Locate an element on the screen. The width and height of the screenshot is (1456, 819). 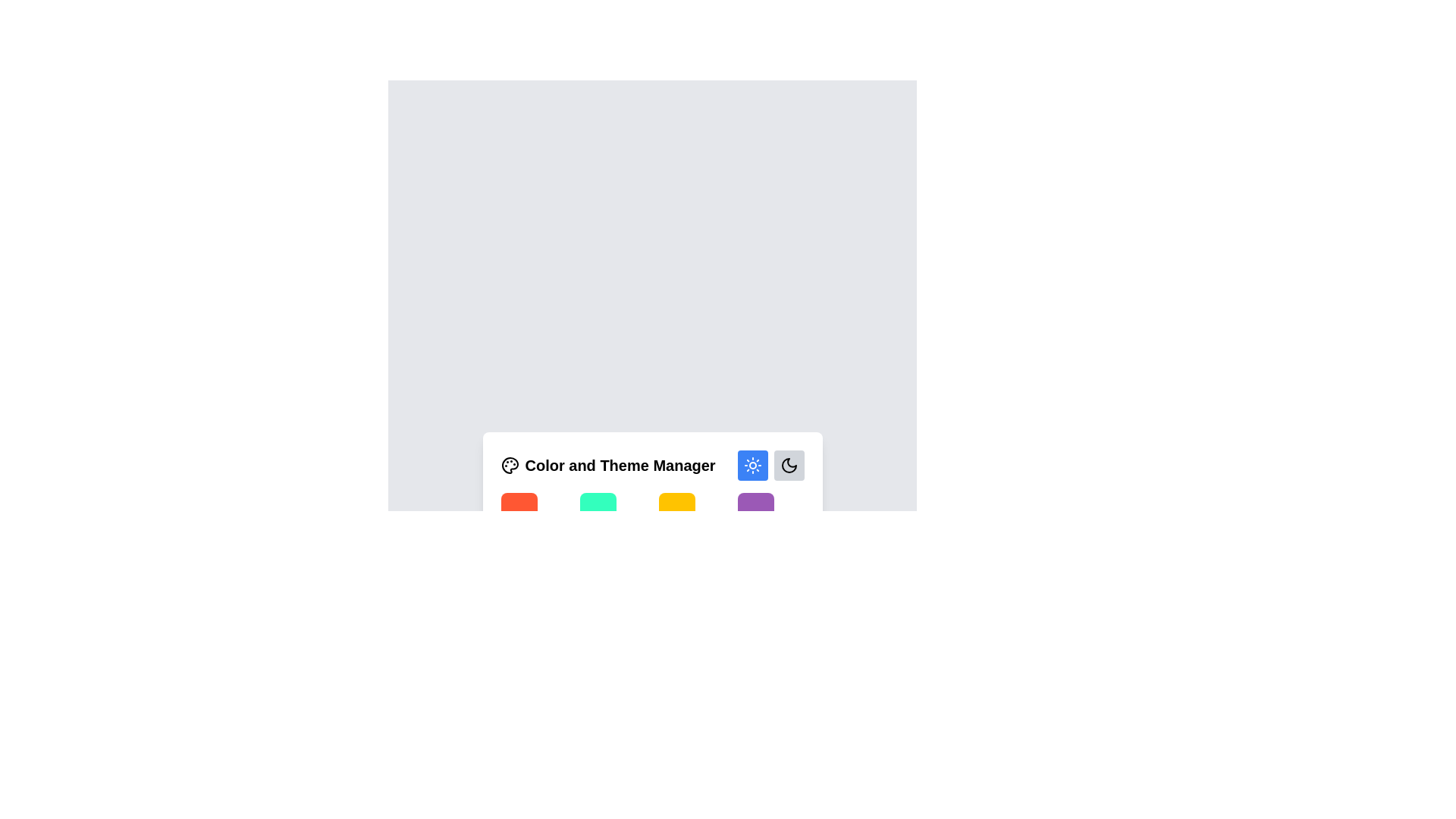
the third button in a horizontal row of four elements, located near the bottom center of the interface is located at coordinates (676, 511).